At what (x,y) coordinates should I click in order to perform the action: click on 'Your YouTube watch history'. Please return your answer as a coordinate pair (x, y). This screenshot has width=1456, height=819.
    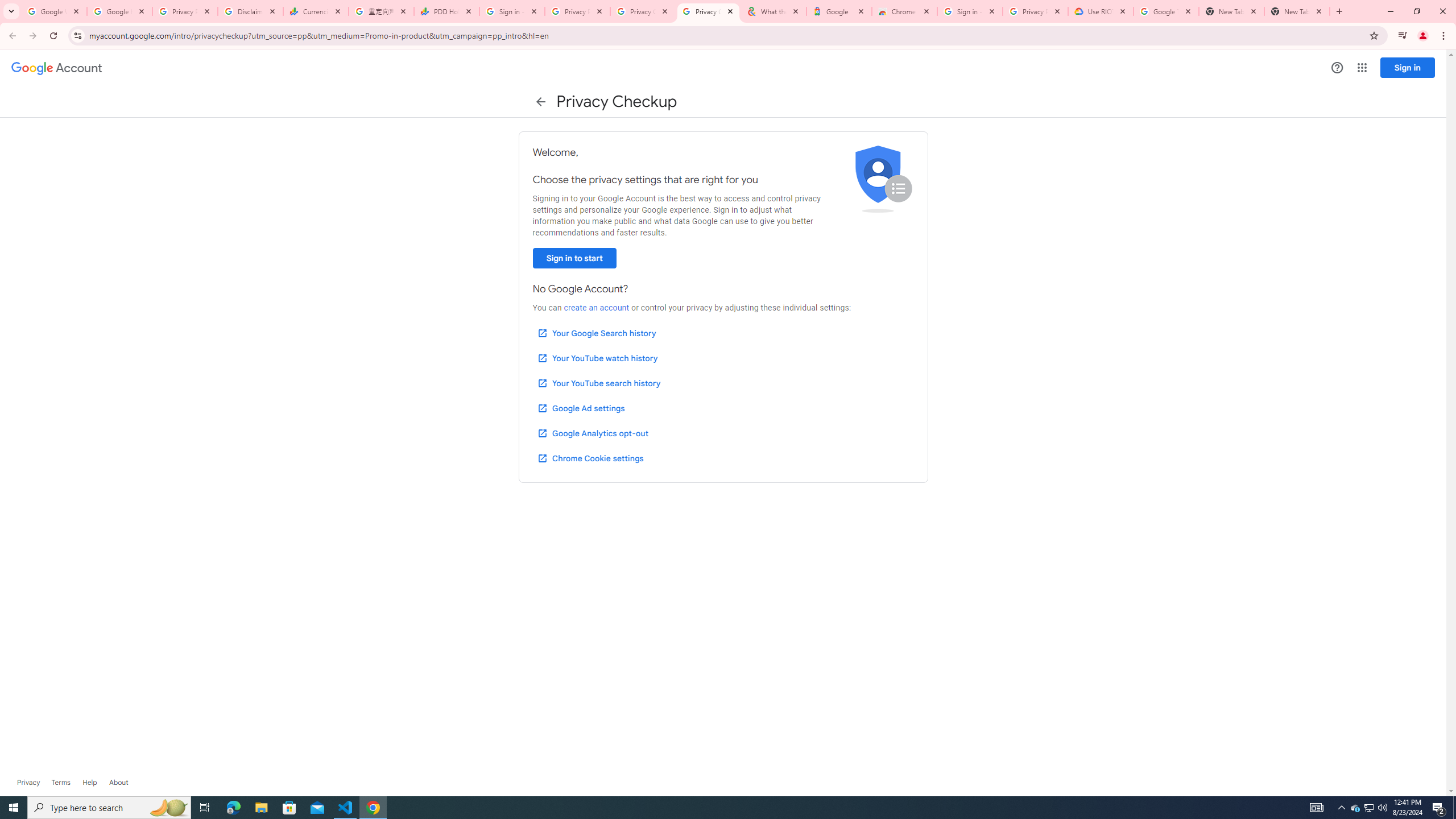
    Looking at the image, I should click on (597, 358).